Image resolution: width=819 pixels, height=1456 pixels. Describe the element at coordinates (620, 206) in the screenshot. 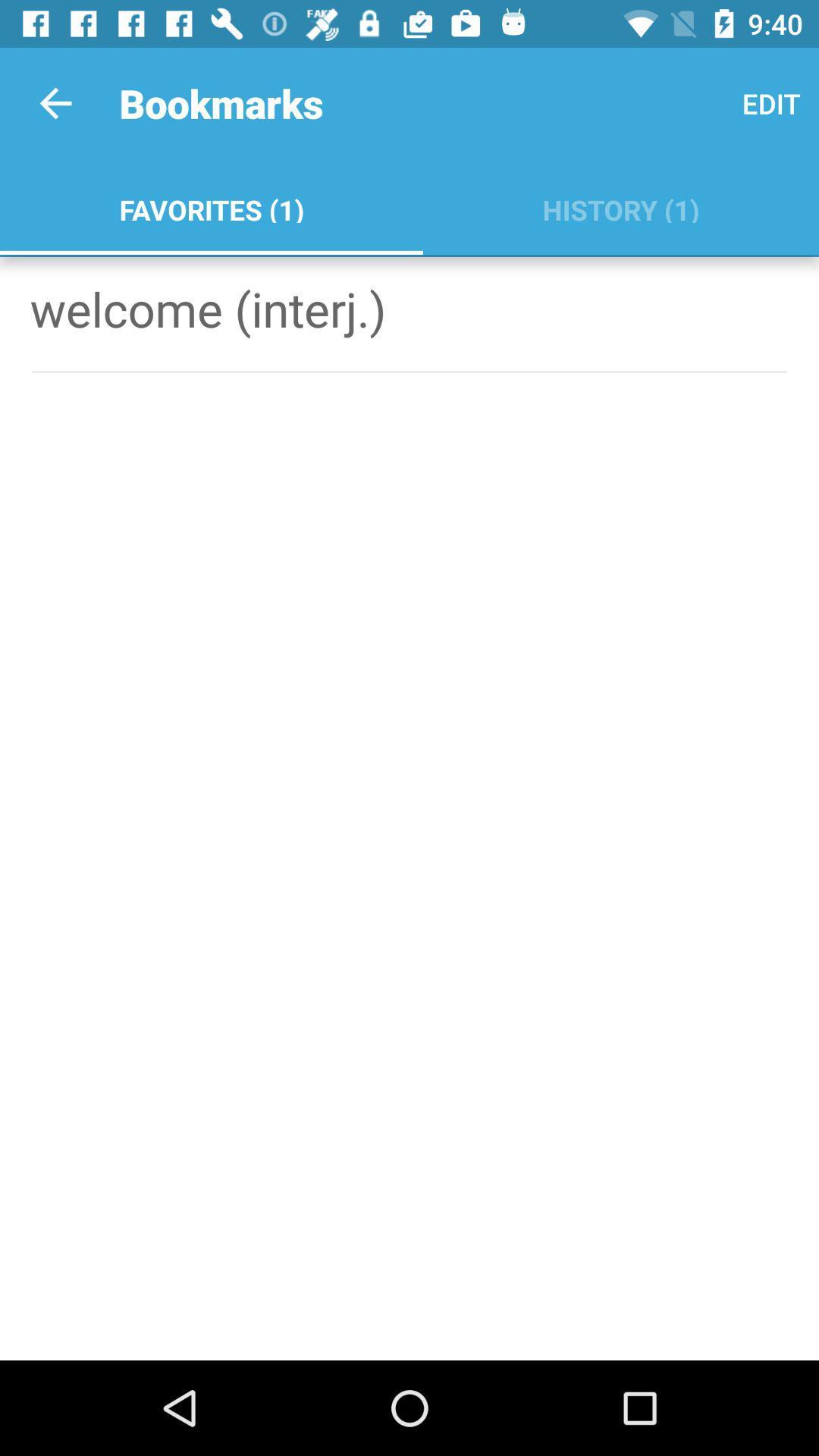

I see `the icon below the edit icon` at that location.